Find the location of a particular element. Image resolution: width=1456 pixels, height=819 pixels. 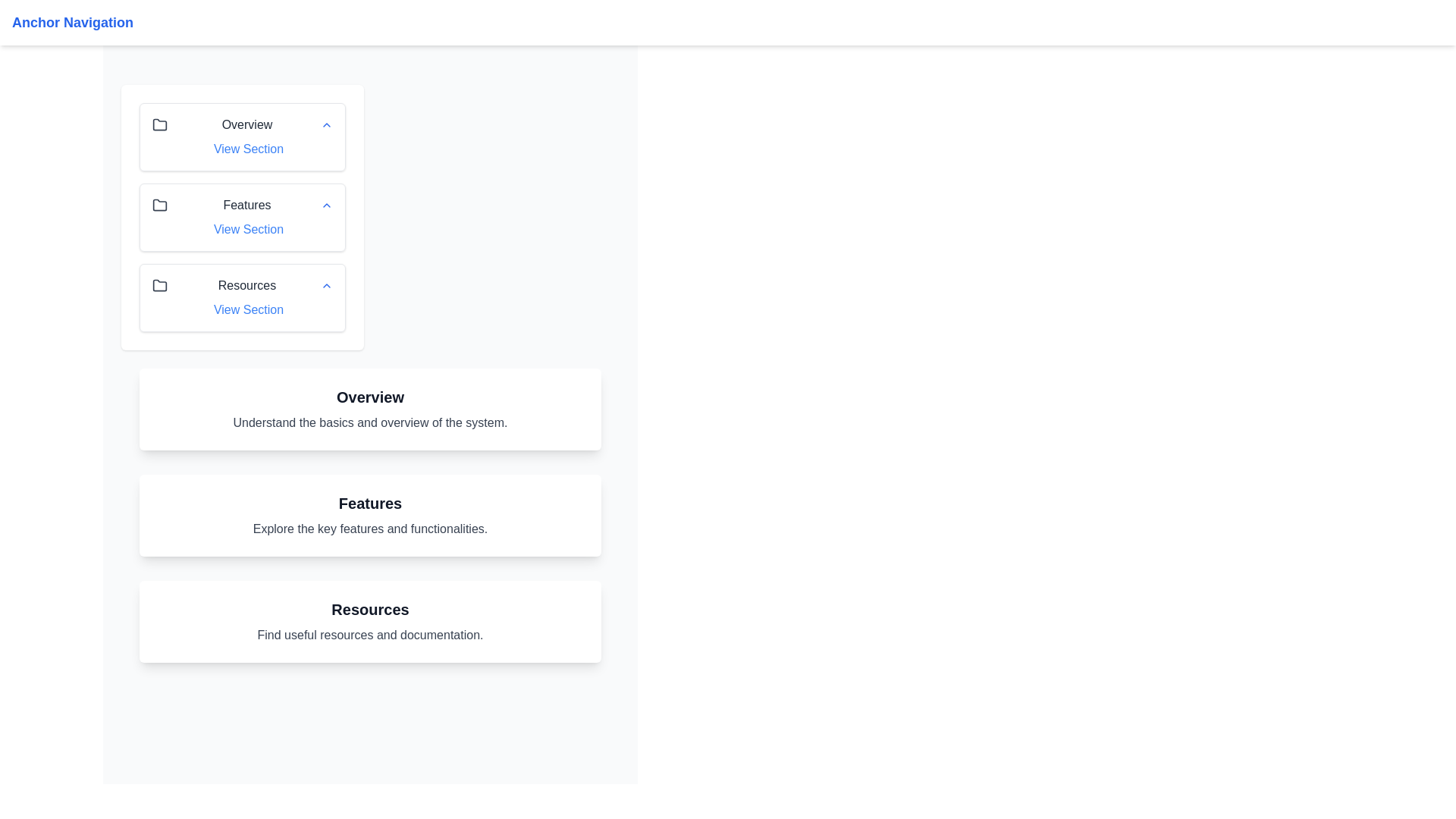

the Collapsible Section Header located as the third entry below 'Overview' and 'Features' in the vertically stacked group of collapsible items for keyboard navigation is located at coordinates (243, 286).